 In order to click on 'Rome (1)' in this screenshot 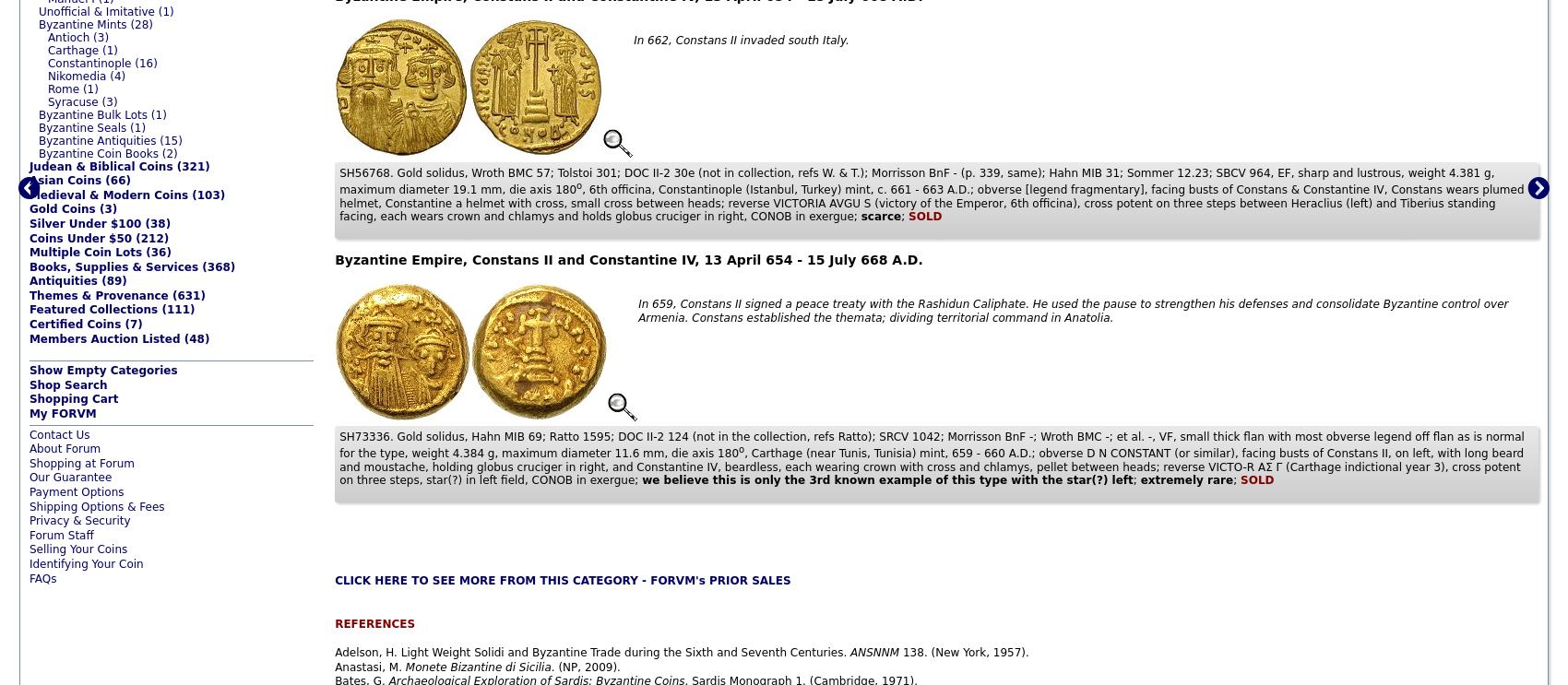, I will do `click(72, 87)`.